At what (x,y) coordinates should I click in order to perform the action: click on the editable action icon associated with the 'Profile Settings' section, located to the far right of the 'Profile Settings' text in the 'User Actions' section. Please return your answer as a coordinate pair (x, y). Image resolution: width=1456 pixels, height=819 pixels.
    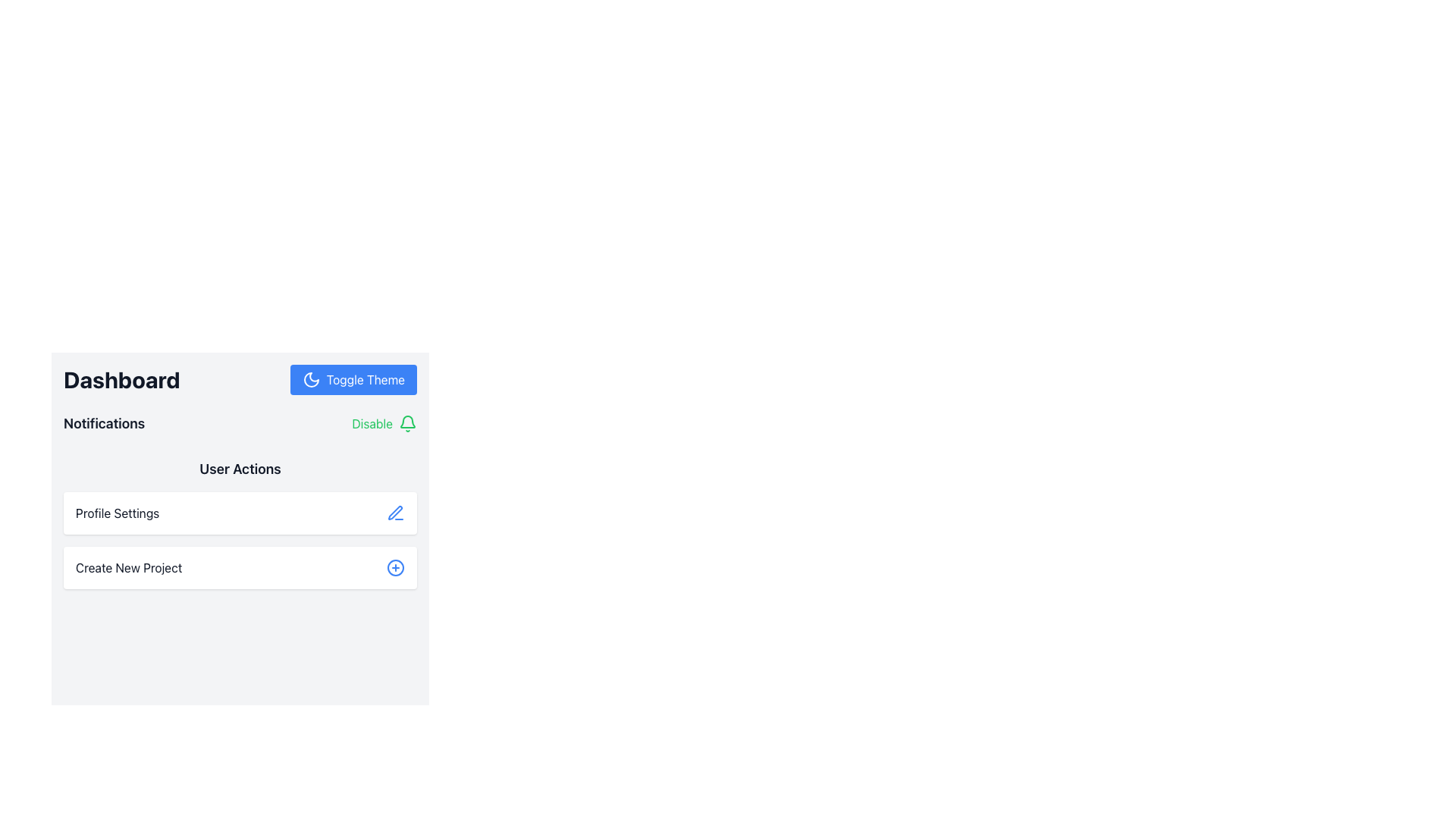
    Looking at the image, I should click on (395, 512).